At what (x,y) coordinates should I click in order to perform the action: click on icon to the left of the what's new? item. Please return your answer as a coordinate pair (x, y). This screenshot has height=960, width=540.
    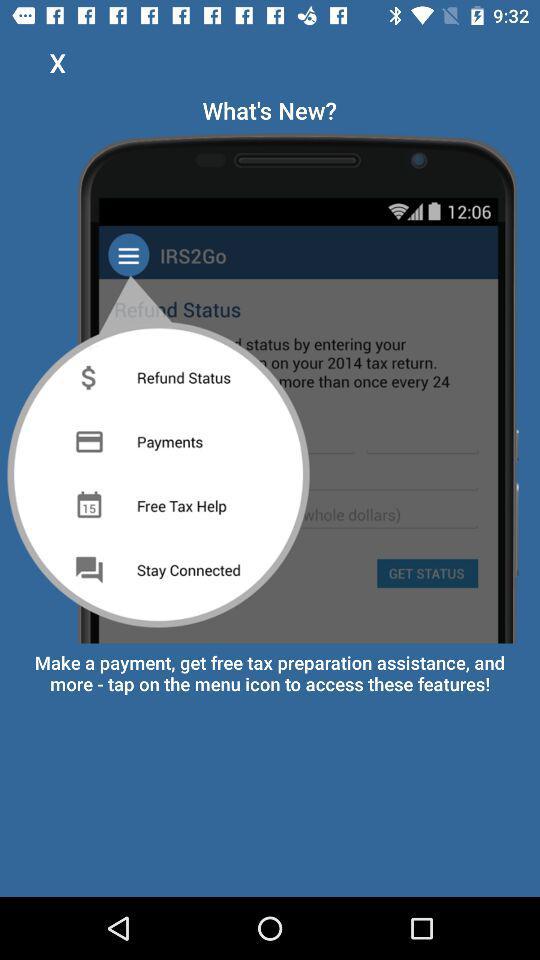
    Looking at the image, I should click on (57, 62).